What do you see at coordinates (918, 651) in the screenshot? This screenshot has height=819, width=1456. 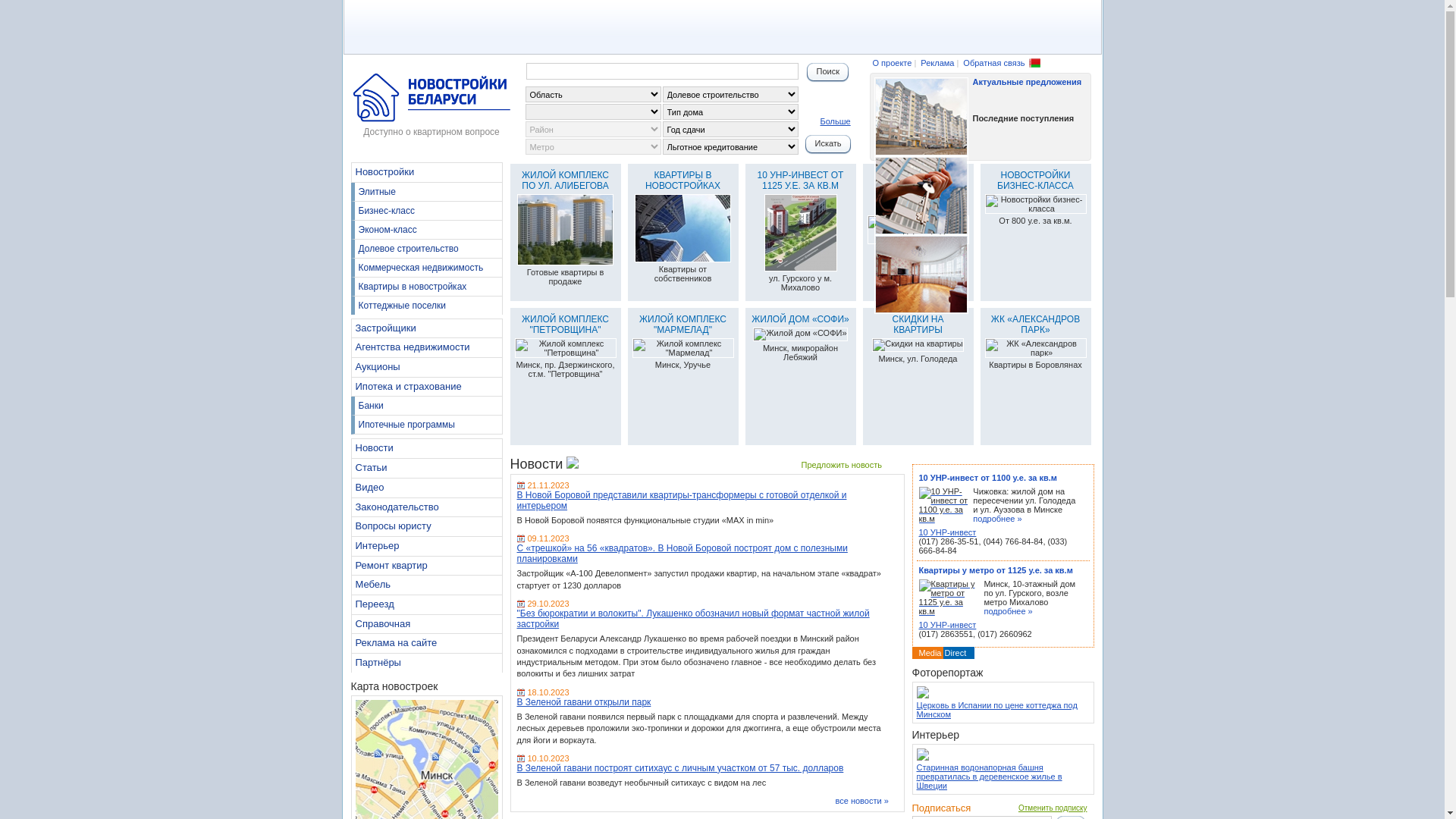 I see `'Media'` at bounding box center [918, 651].